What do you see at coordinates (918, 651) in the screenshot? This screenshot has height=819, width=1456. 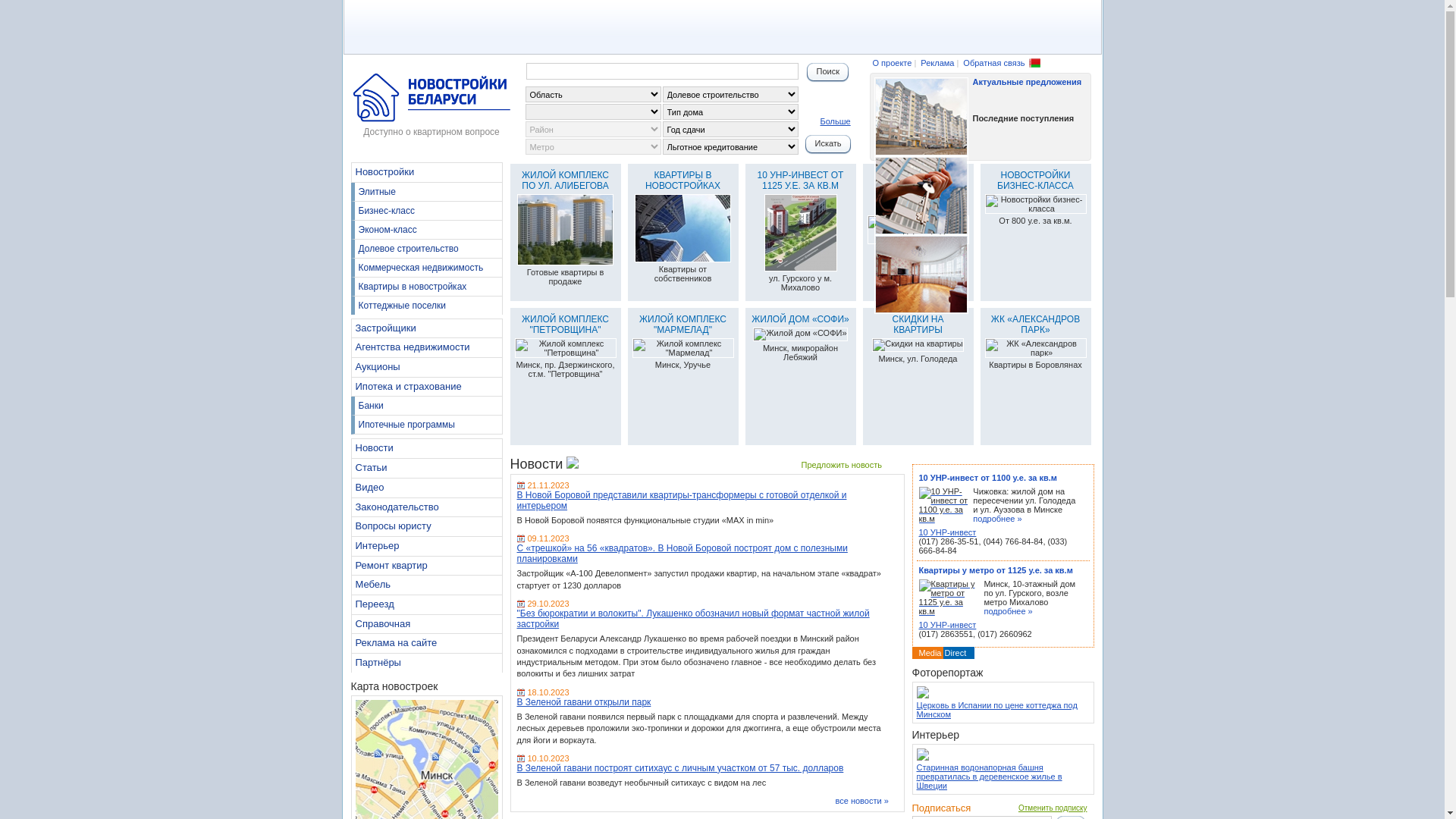 I see `'Media'` at bounding box center [918, 651].